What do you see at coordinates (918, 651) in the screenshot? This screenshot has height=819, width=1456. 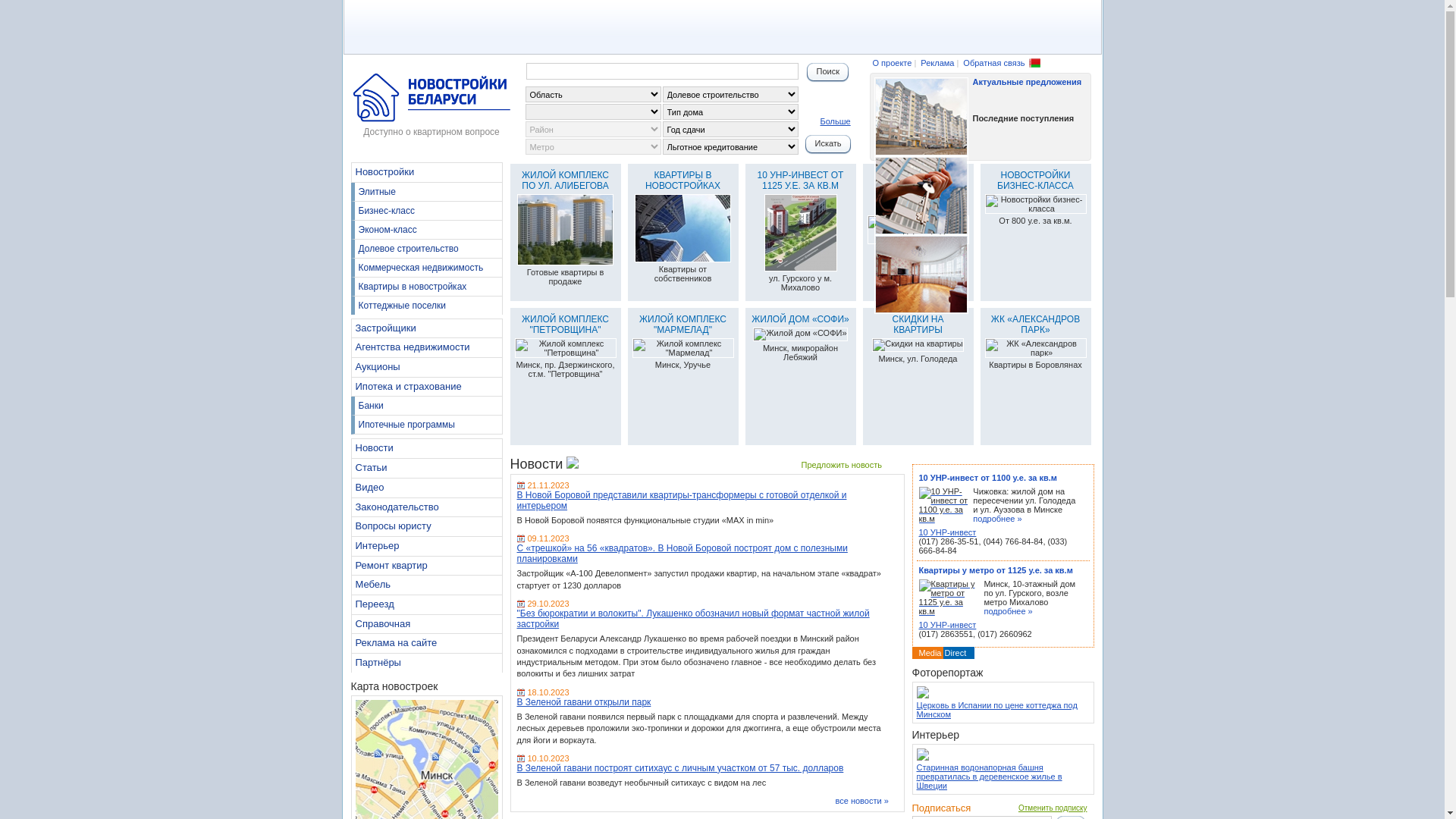 I see `'Media'` at bounding box center [918, 651].